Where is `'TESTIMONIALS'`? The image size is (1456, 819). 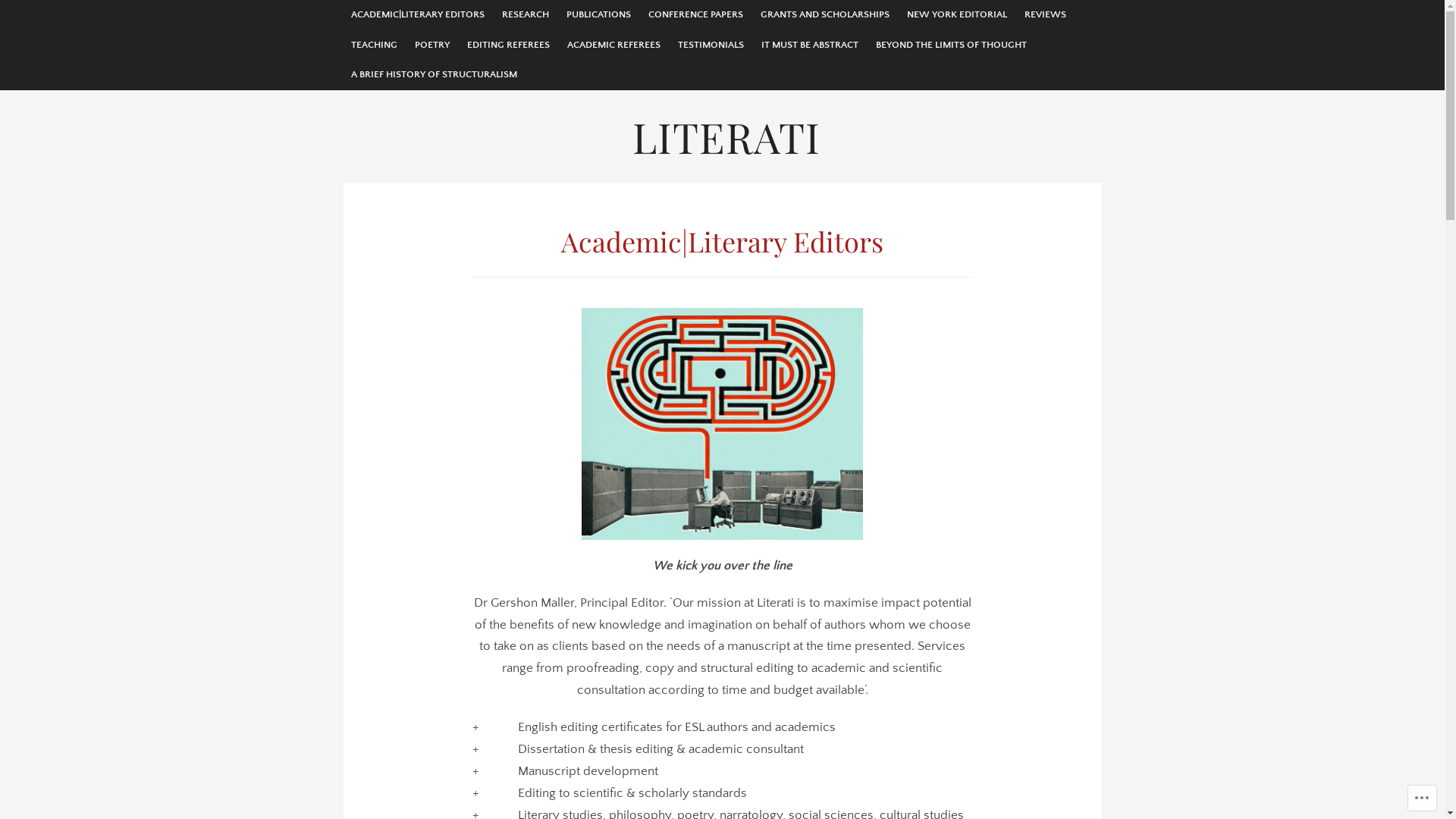 'TESTIMONIALS' is located at coordinates (710, 45).